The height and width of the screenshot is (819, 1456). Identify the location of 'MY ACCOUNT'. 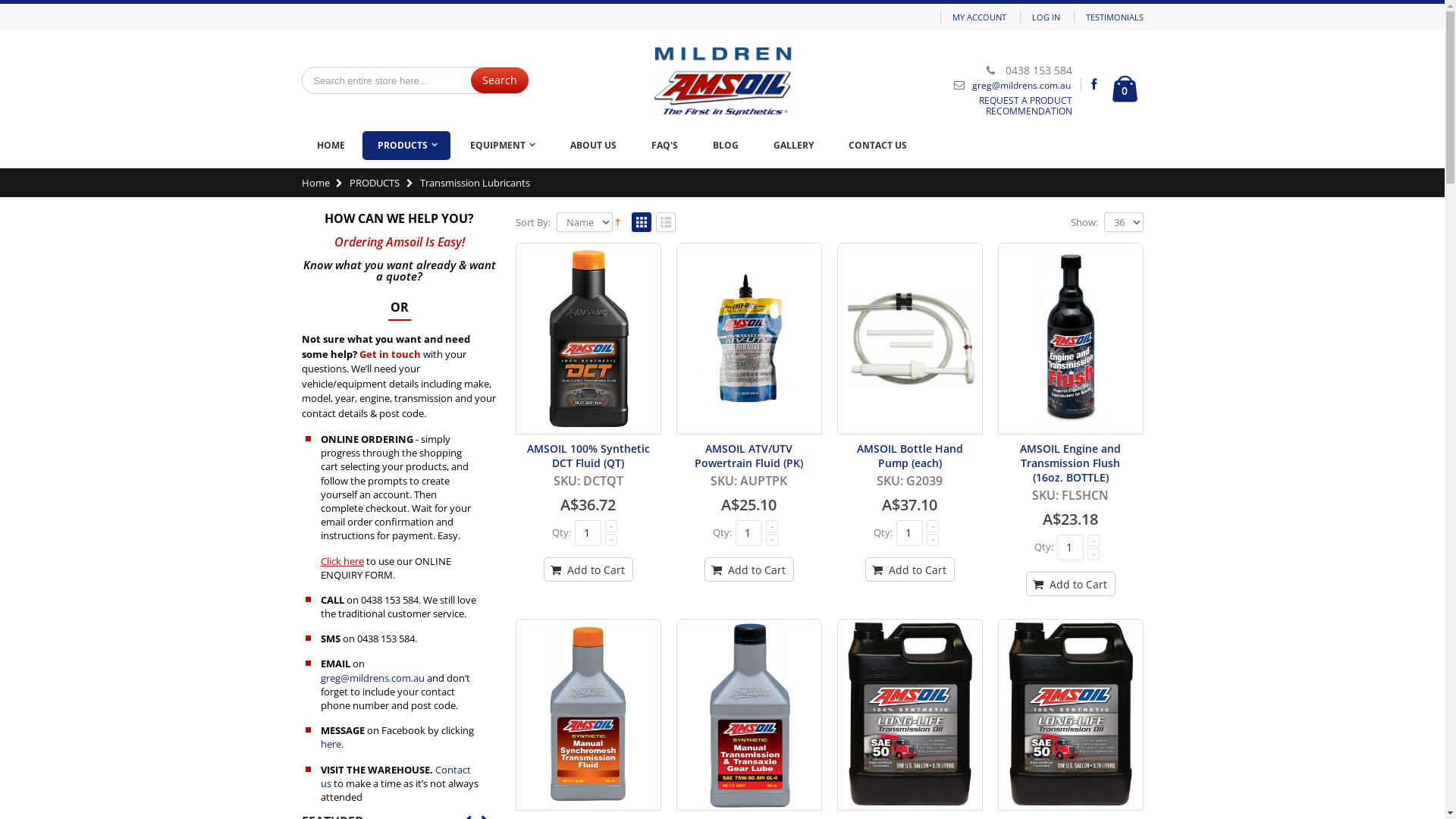
(979, 17).